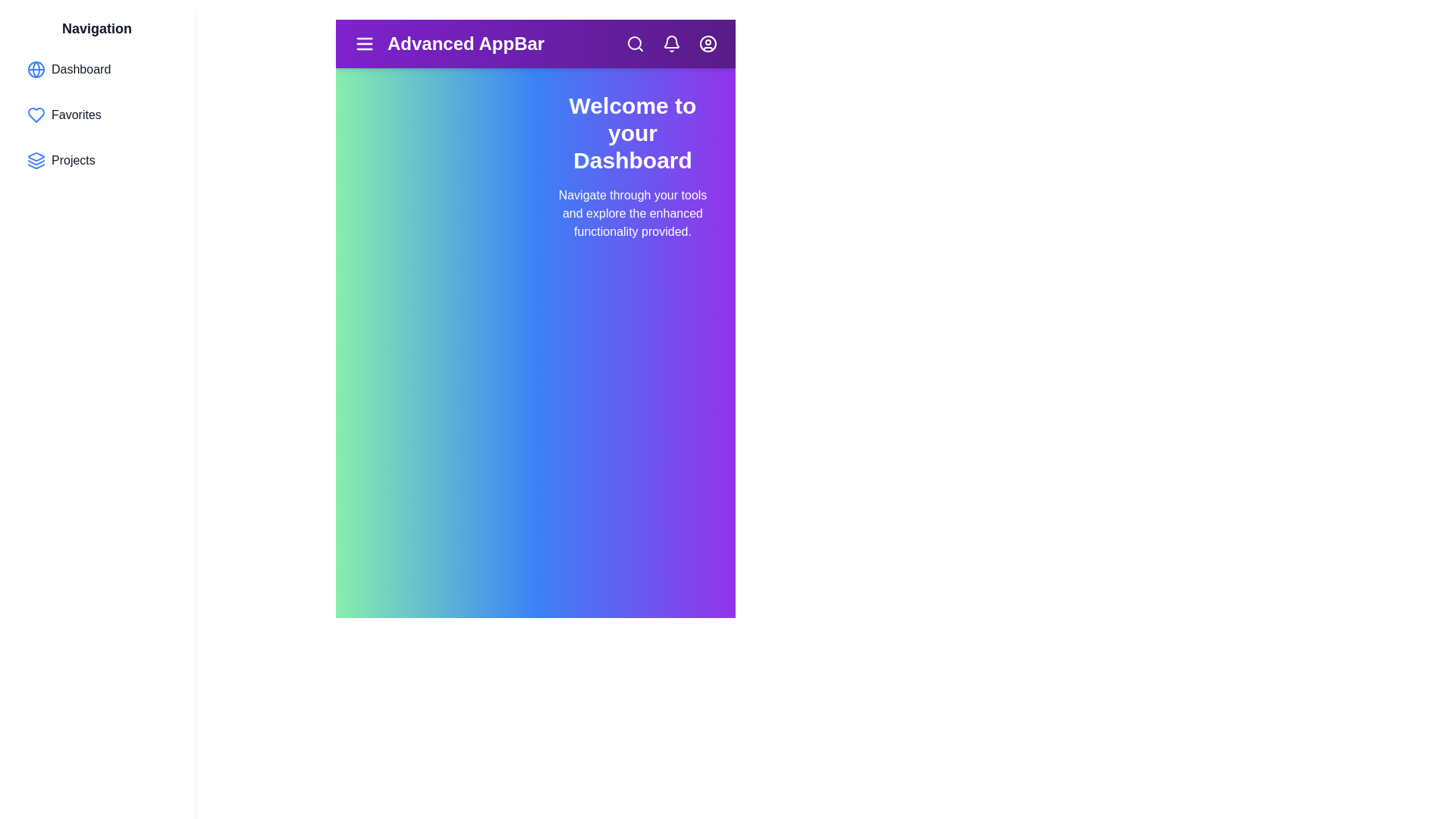 The image size is (1456, 819). What do you see at coordinates (364, 42) in the screenshot?
I see `the menu icon to toggle the visibility of the side menu` at bounding box center [364, 42].